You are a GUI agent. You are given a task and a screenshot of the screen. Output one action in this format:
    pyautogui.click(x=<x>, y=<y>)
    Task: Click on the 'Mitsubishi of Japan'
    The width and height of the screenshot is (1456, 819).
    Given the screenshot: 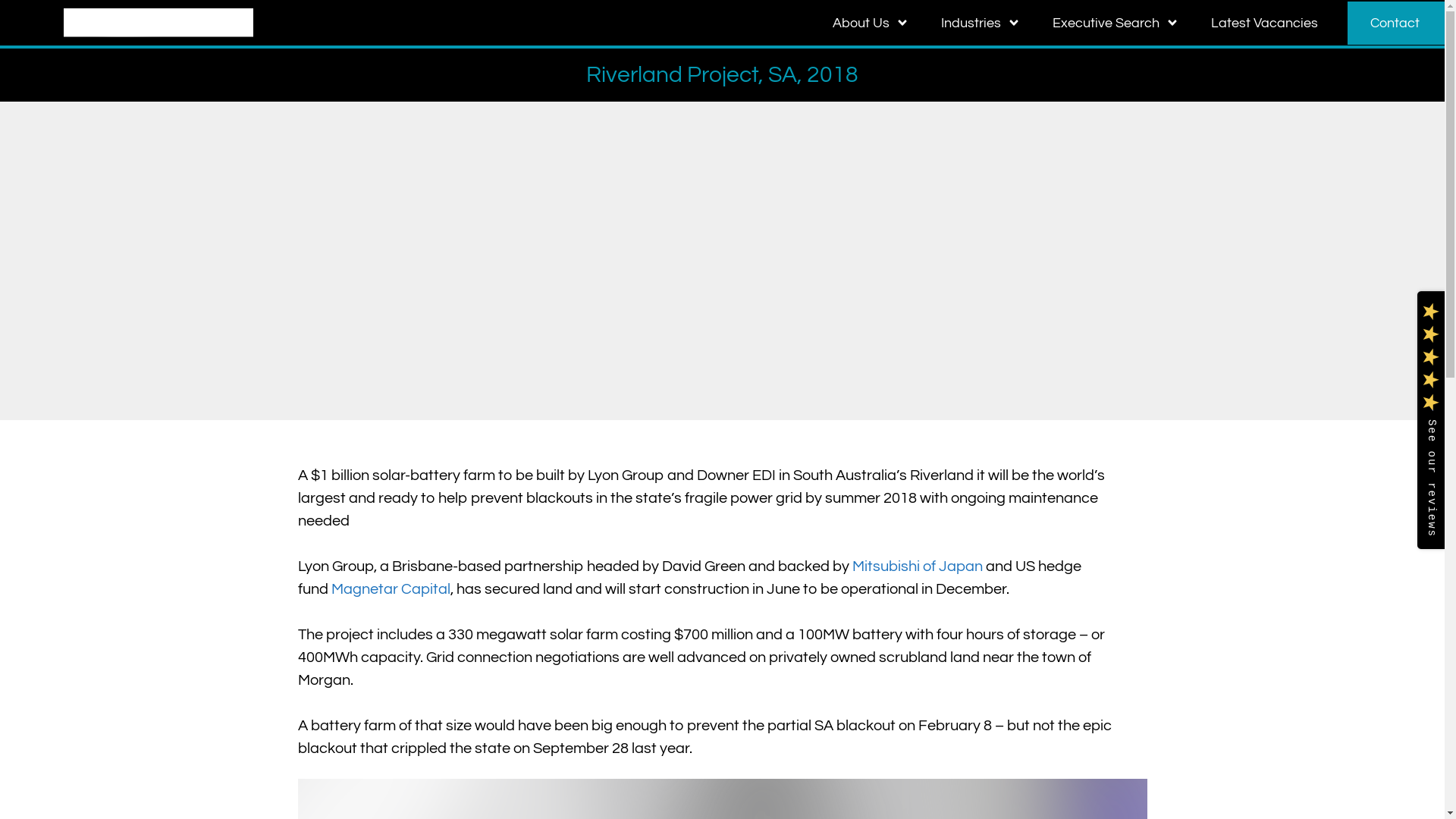 What is the action you would take?
    pyautogui.click(x=916, y=566)
    